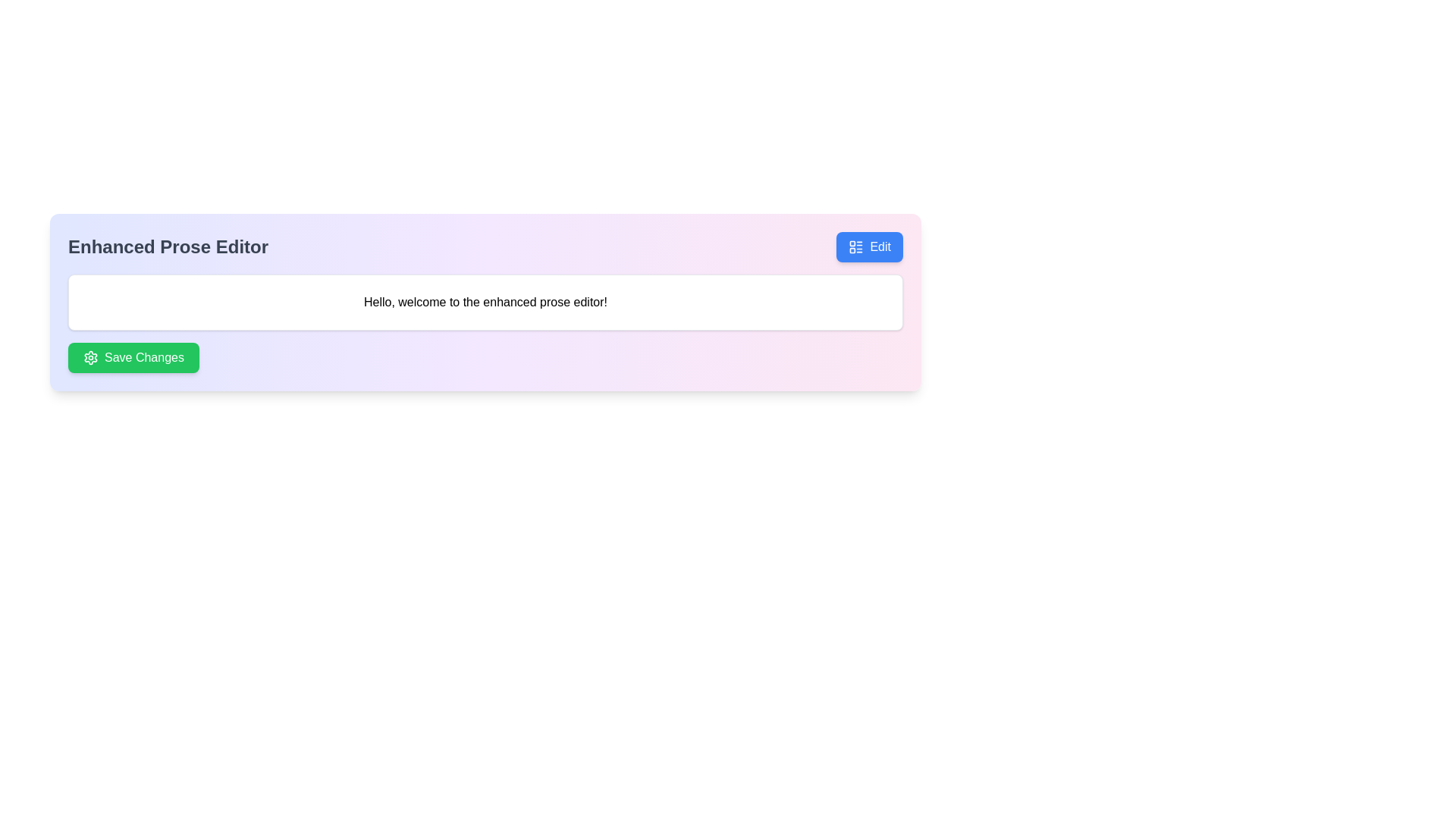  Describe the element at coordinates (168, 246) in the screenshot. I see `the 'Enhanced Prose Editor' text label located in the top-left section of the box, which serves as a title indicating the feature name` at that location.